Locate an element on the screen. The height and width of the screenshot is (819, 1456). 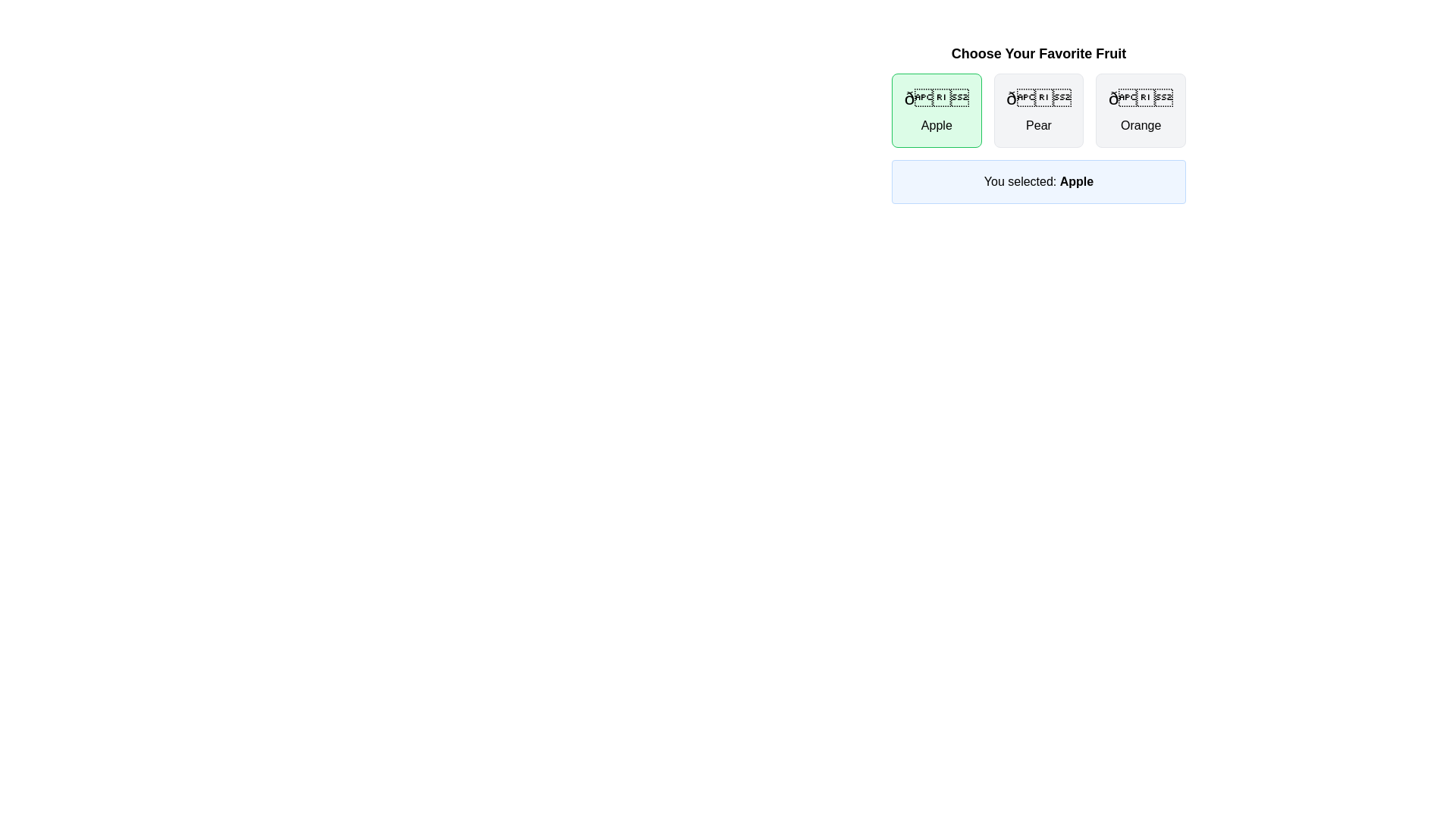
the interactive card in the voting interface is located at coordinates (1037, 110).